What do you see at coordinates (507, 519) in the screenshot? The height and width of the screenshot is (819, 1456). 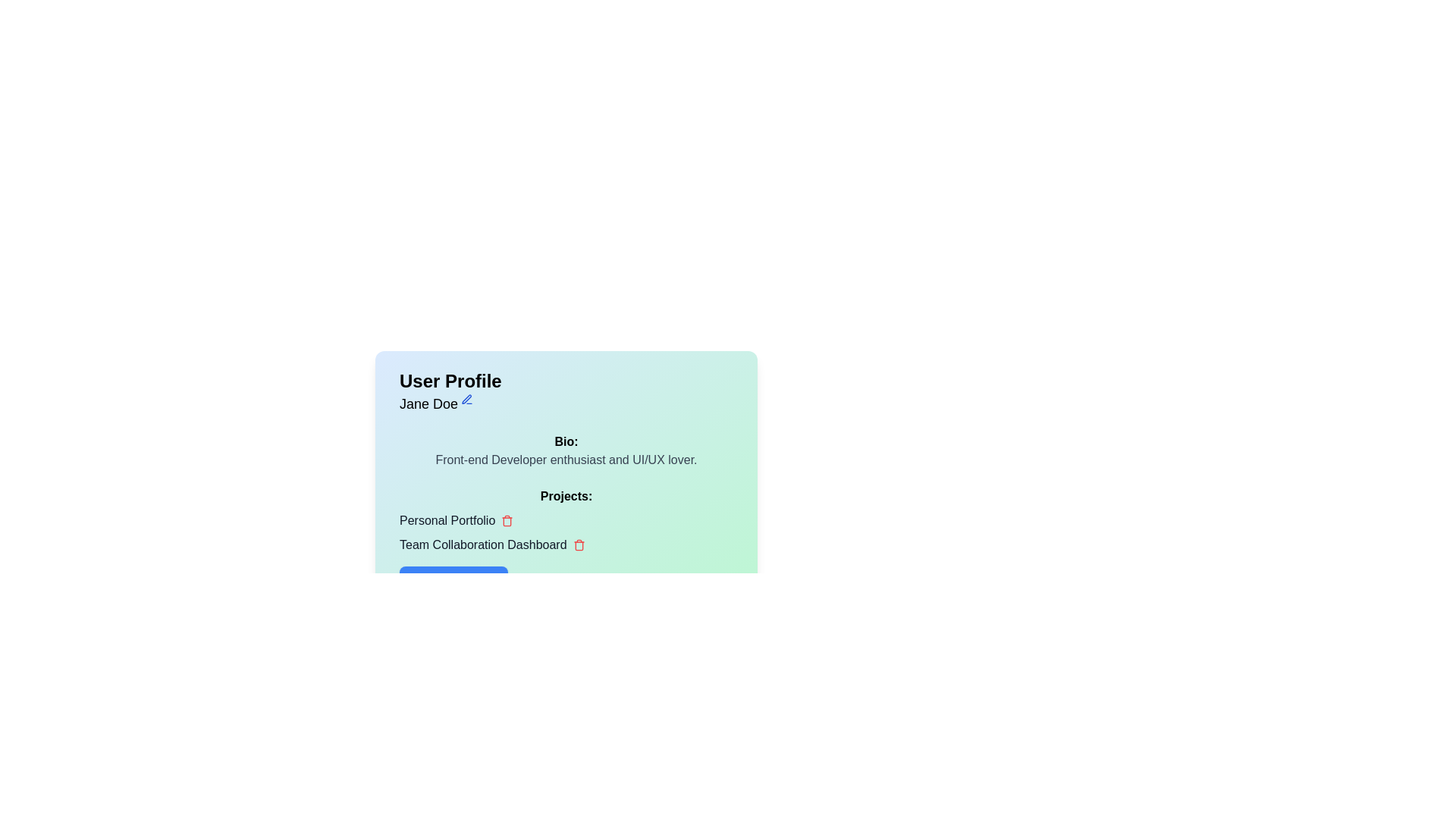 I see `the delete icon button associated with the 'Personal Portfolio' project in the 'Projects' section of the user profile interface` at bounding box center [507, 519].